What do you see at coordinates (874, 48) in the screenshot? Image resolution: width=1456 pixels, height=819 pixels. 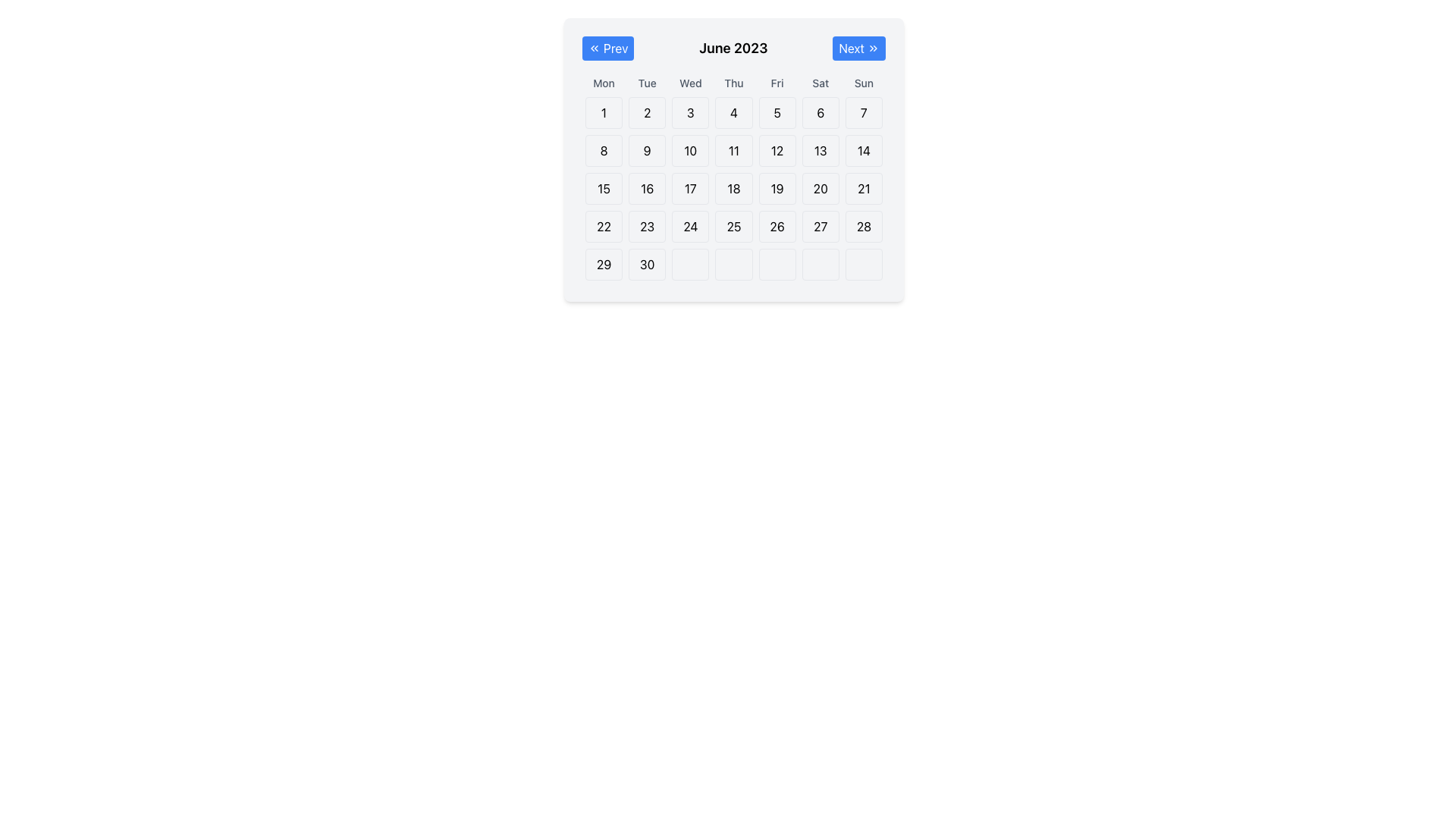 I see `the 'Next' icon element located at the right end of the 'Next' button in the calendar interface for accessibility purposes` at bounding box center [874, 48].